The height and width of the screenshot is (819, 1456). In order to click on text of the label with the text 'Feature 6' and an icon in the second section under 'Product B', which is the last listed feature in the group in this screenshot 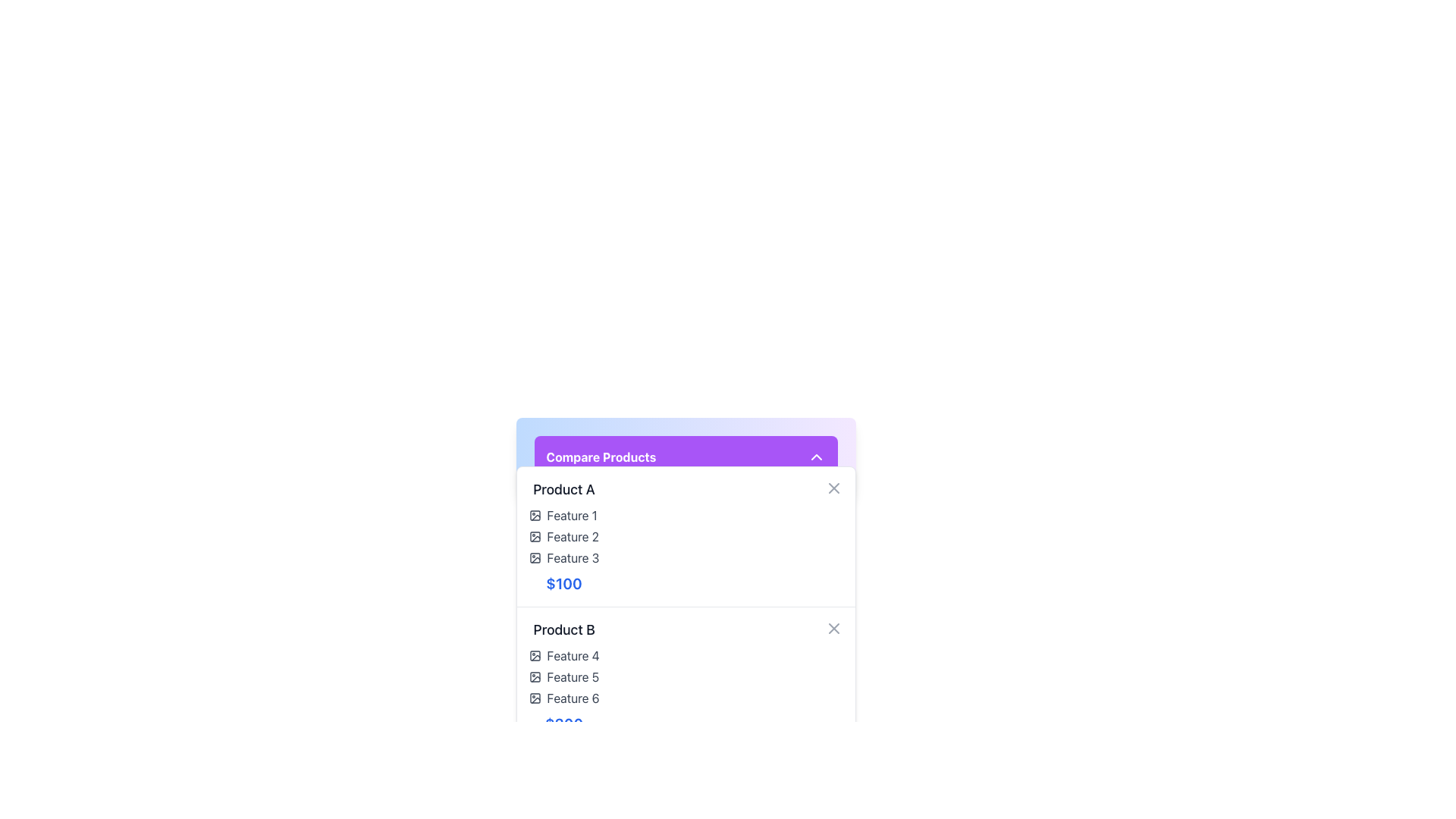, I will do `click(563, 698)`.